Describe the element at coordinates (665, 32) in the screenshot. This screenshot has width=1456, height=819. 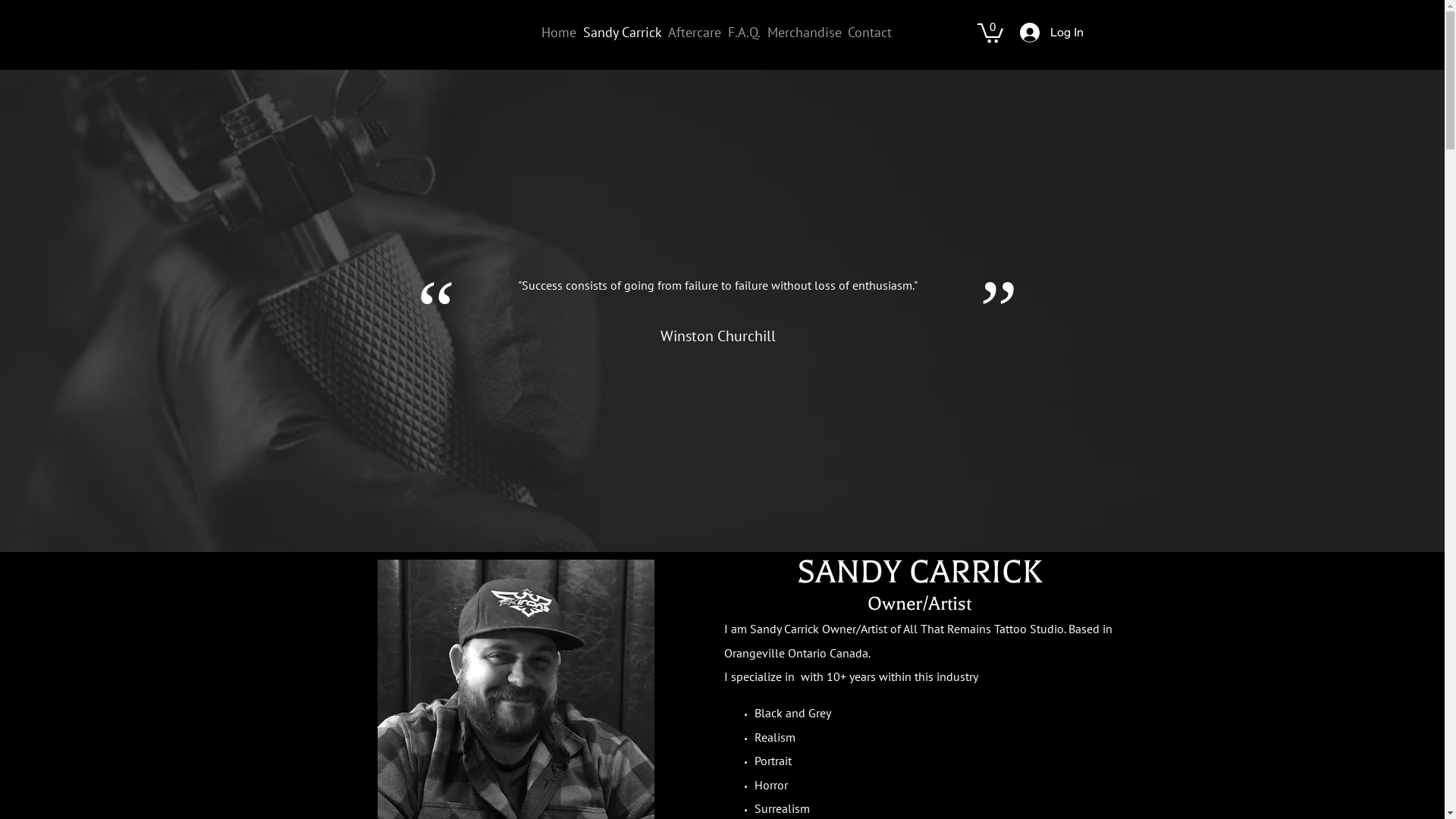
I see `'Aftercare'` at that location.